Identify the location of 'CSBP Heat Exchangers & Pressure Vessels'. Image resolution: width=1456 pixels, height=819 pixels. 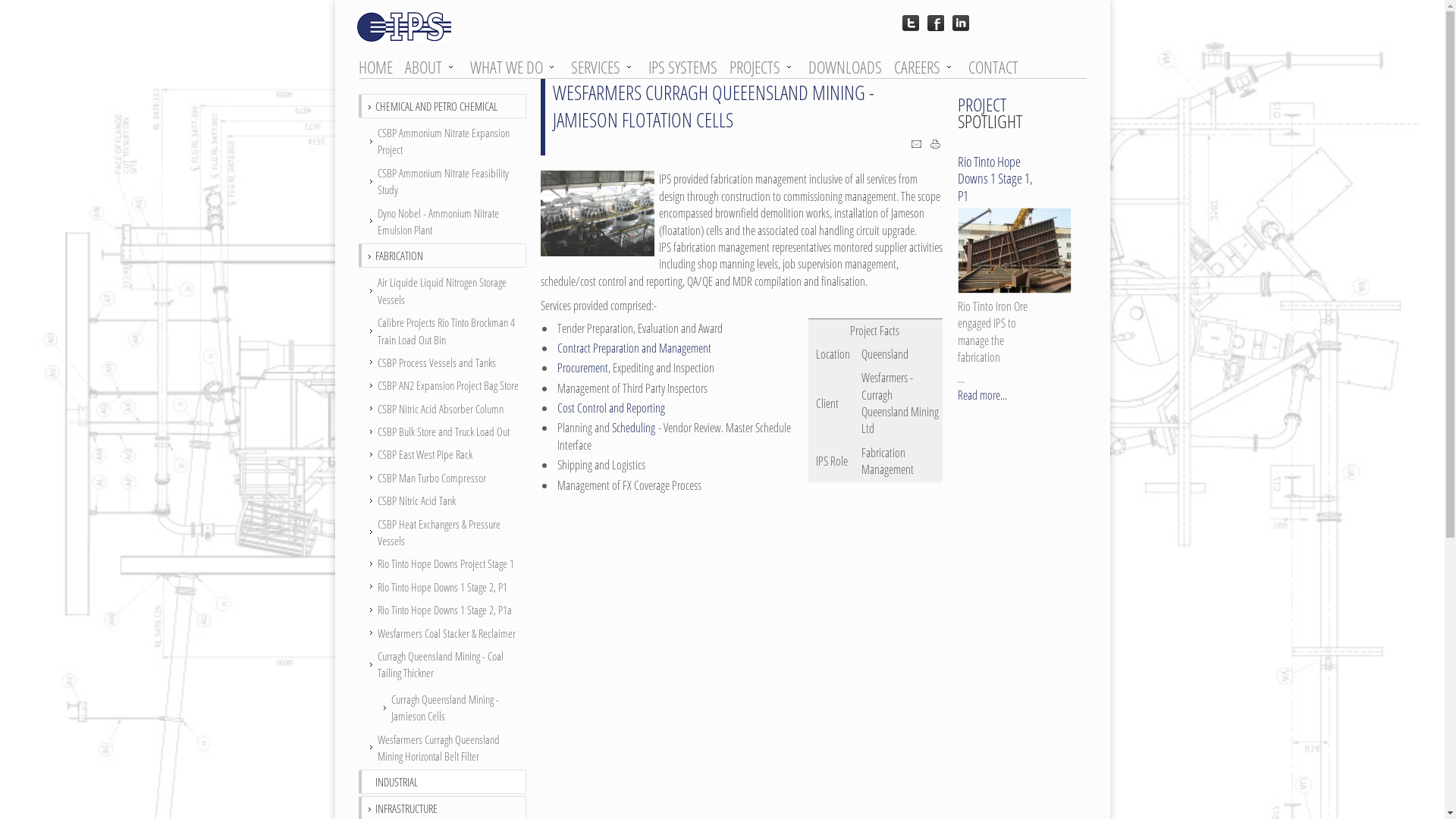
(442, 532).